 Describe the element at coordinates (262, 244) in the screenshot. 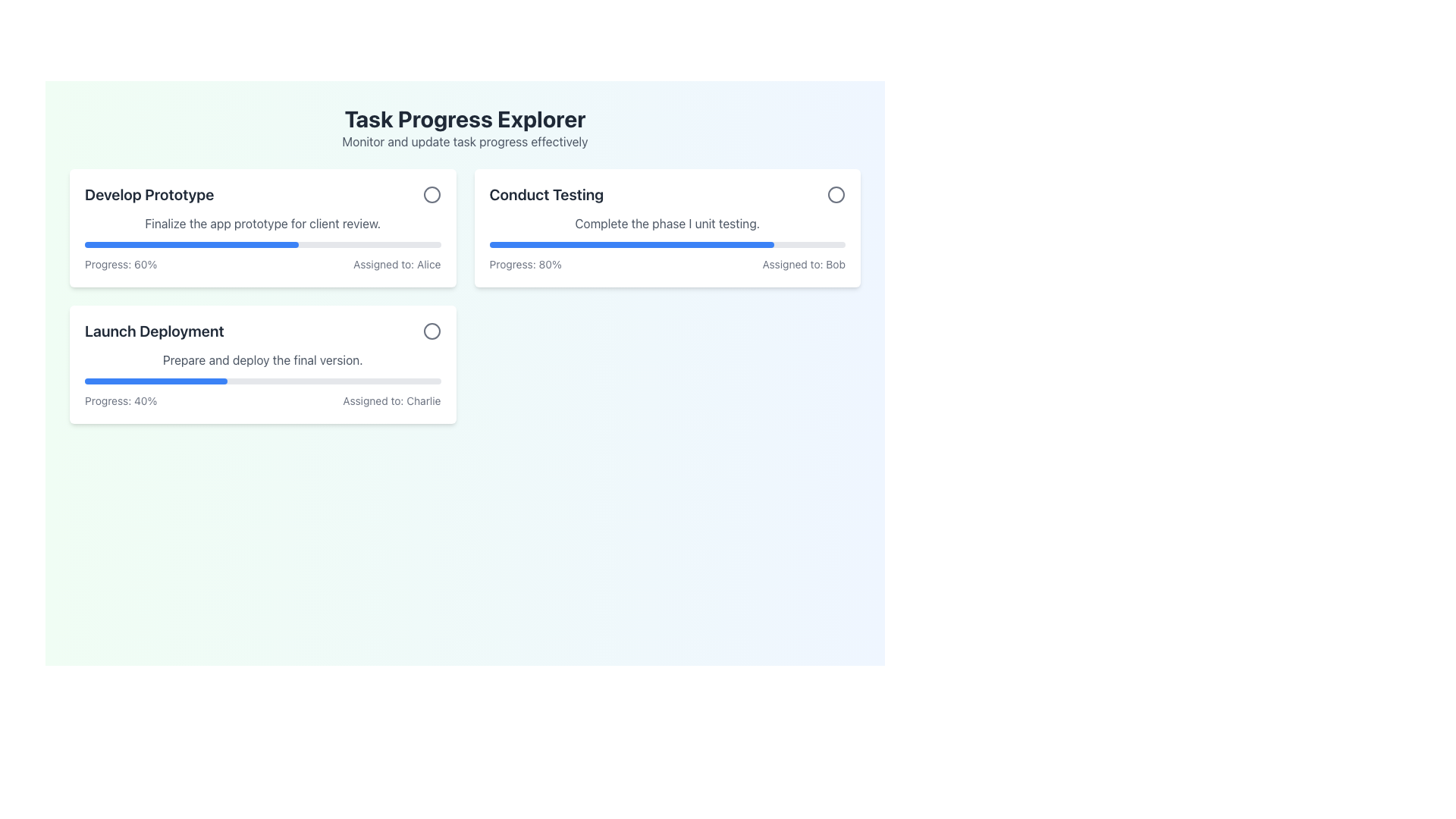

I see `the thin, rounded progress bar located within the 'Develop Prototype' card, which visually indicates the progress of the task` at that location.